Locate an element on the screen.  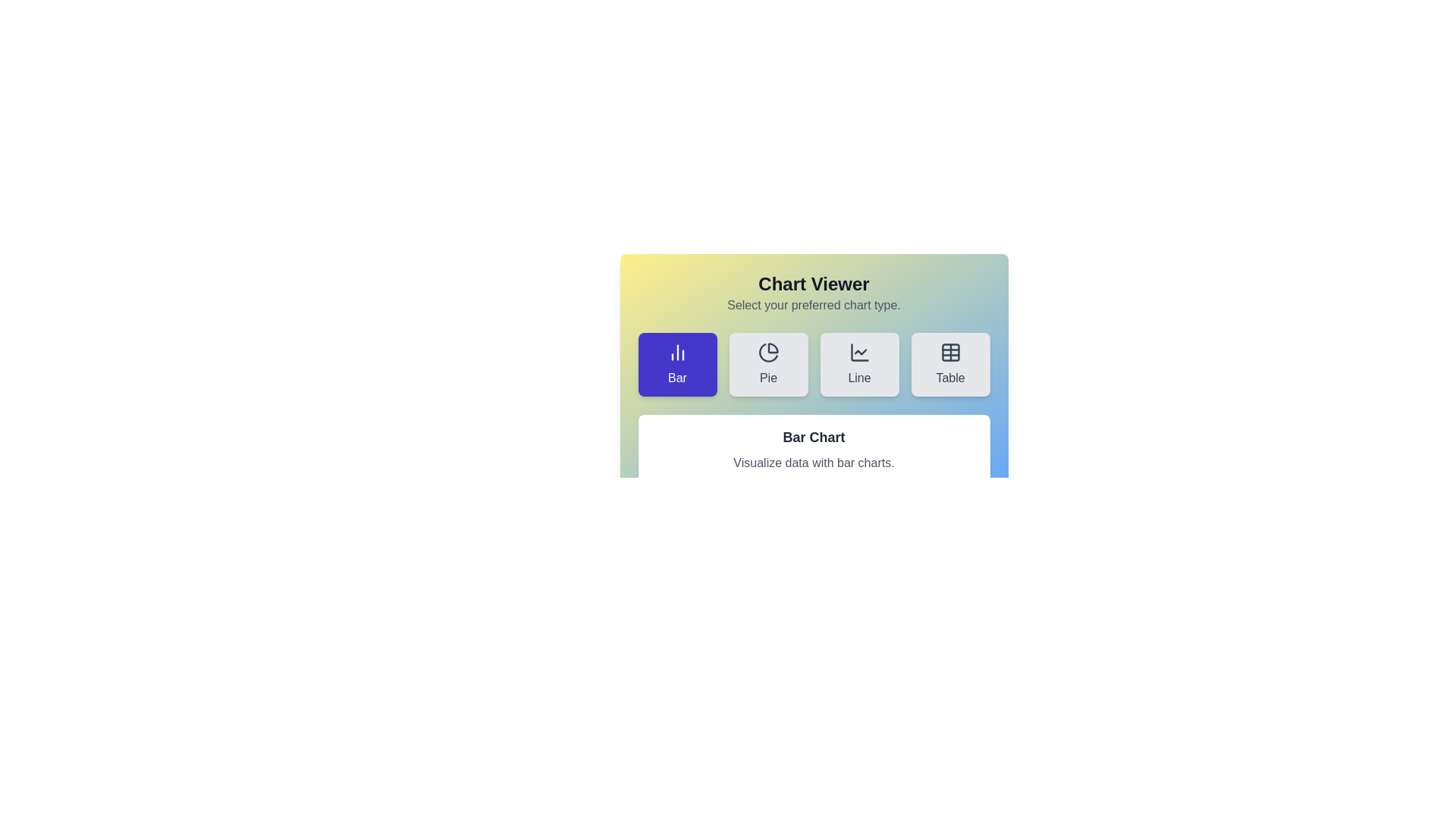
the Heading element which serves as the title of the section, located centrally above the user instructions subtitle is located at coordinates (813, 284).